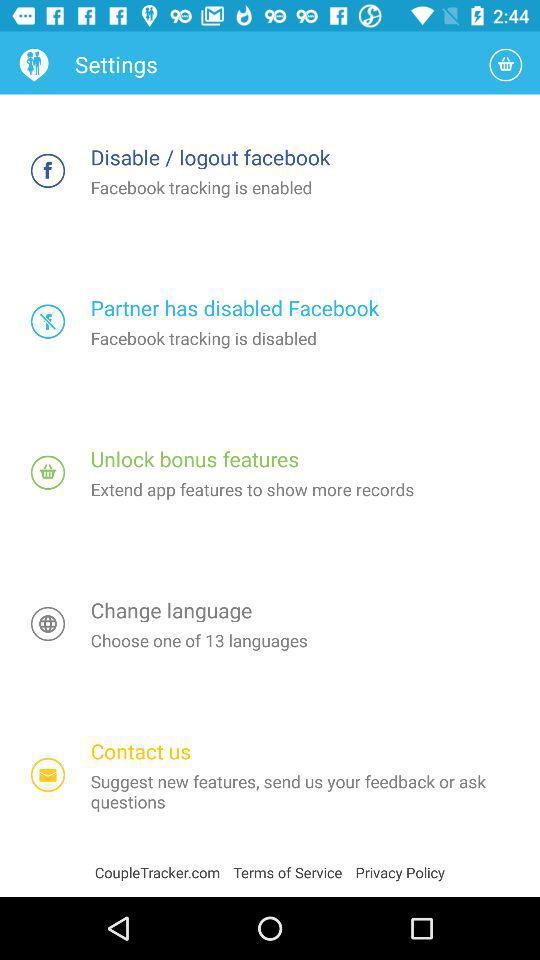 This screenshot has width=540, height=960. Describe the element at coordinates (400, 871) in the screenshot. I see `privacy policy item` at that location.